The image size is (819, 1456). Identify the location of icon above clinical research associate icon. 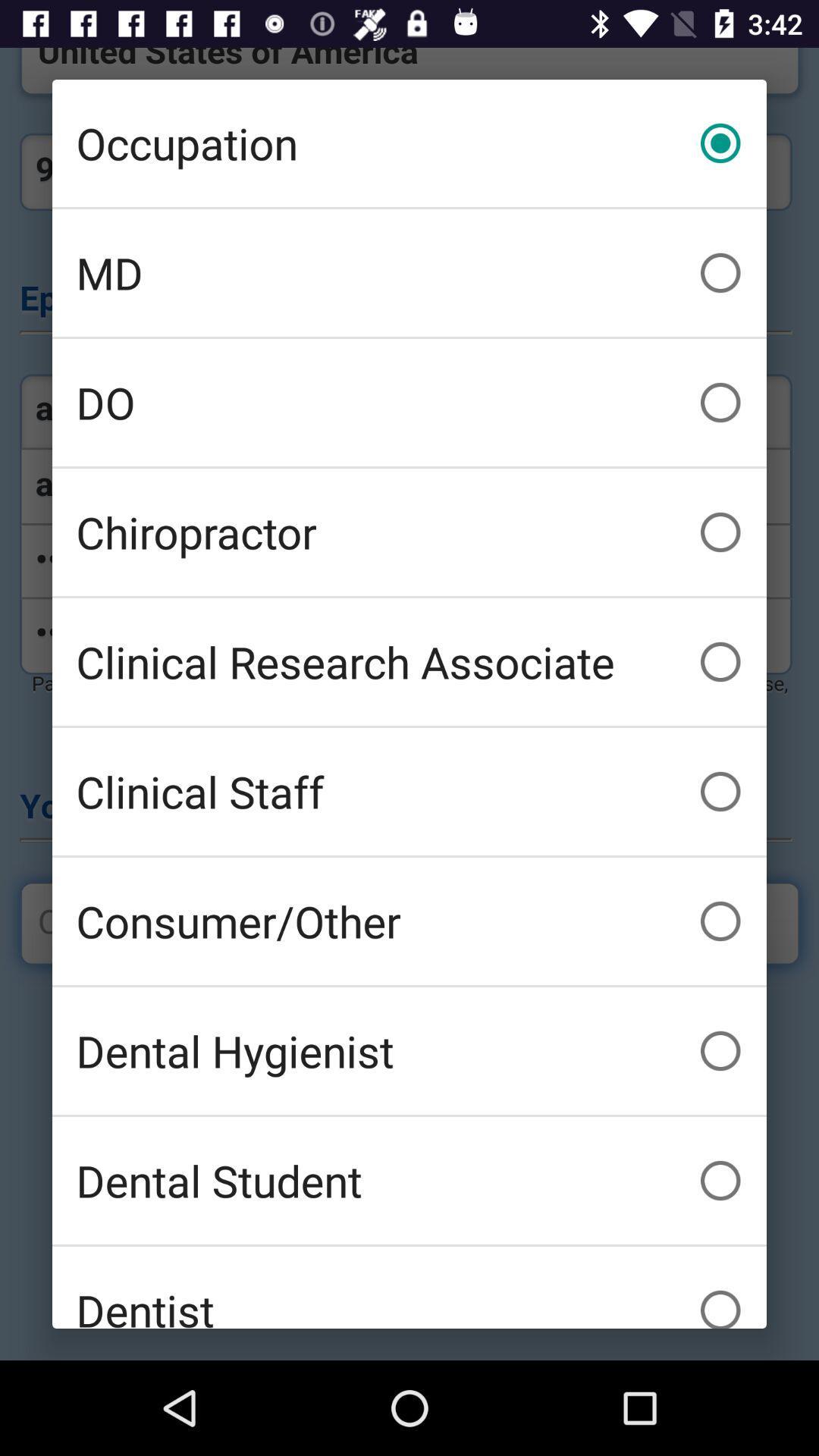
(409, 532).